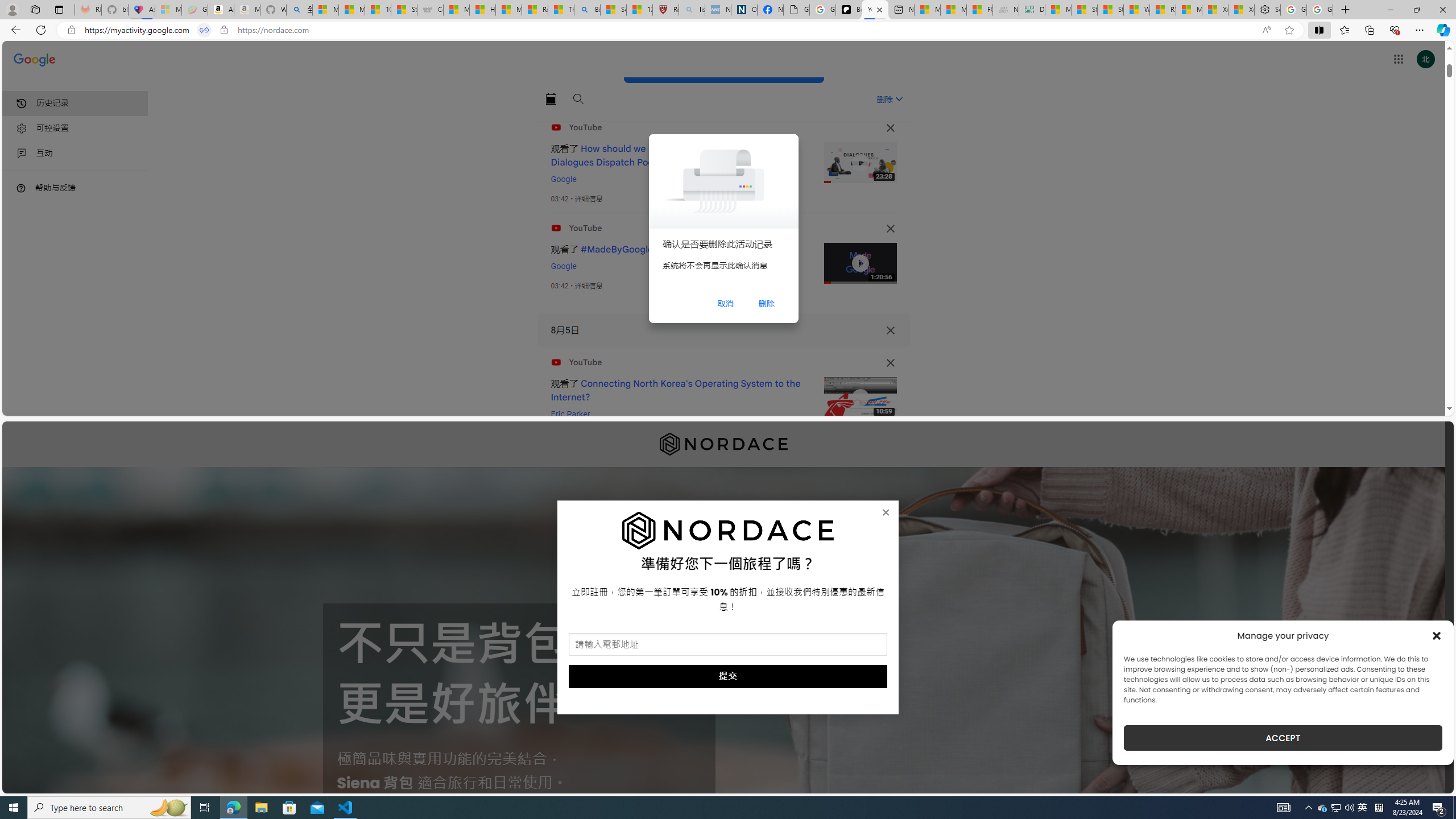 This screenshot has width=1456, height=819. I want to click on 'Class: IVR0f NMm5M', so click(860, 397).